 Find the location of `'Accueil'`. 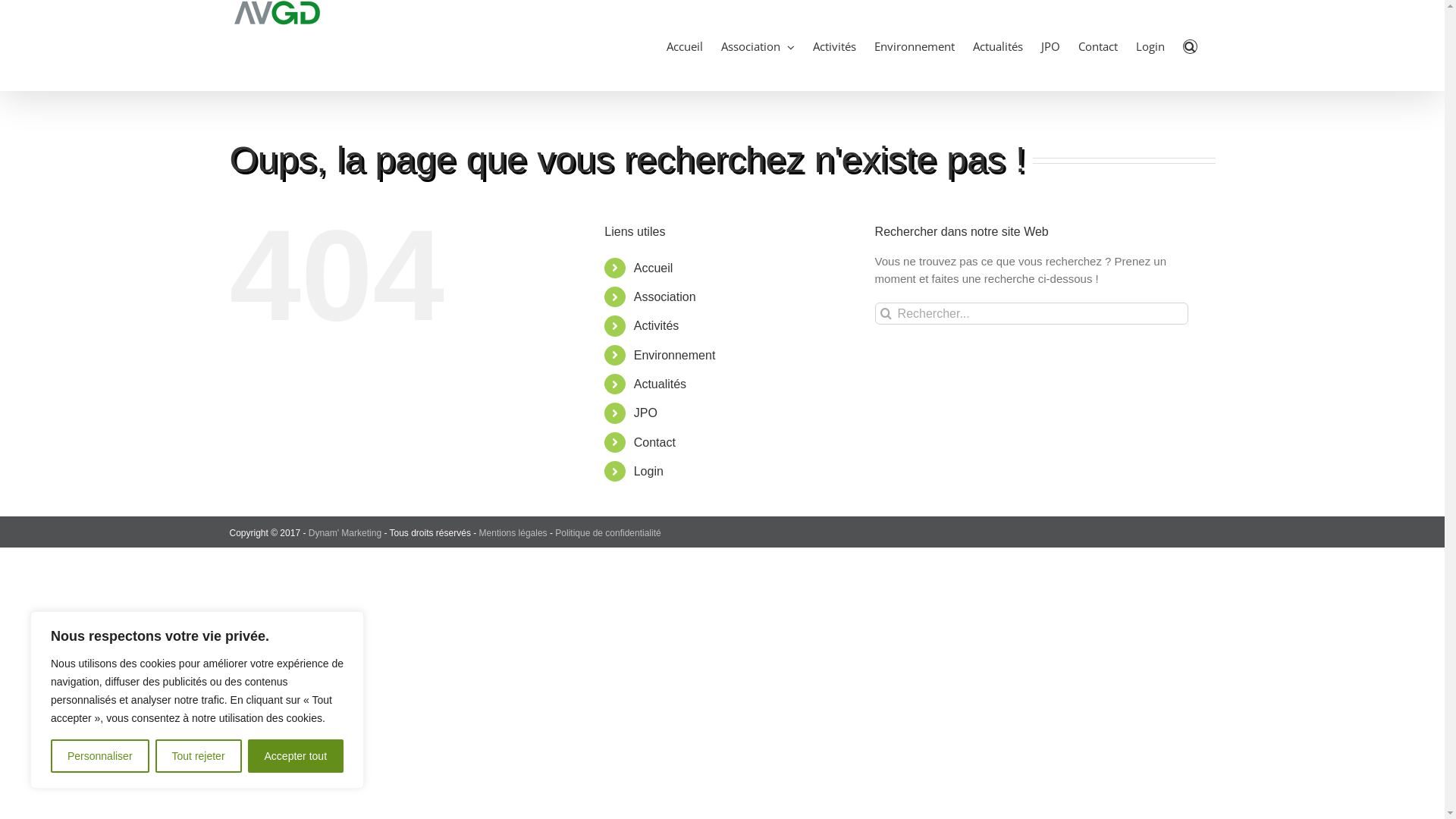

'Accueil' is located at coordinates (654, 267).